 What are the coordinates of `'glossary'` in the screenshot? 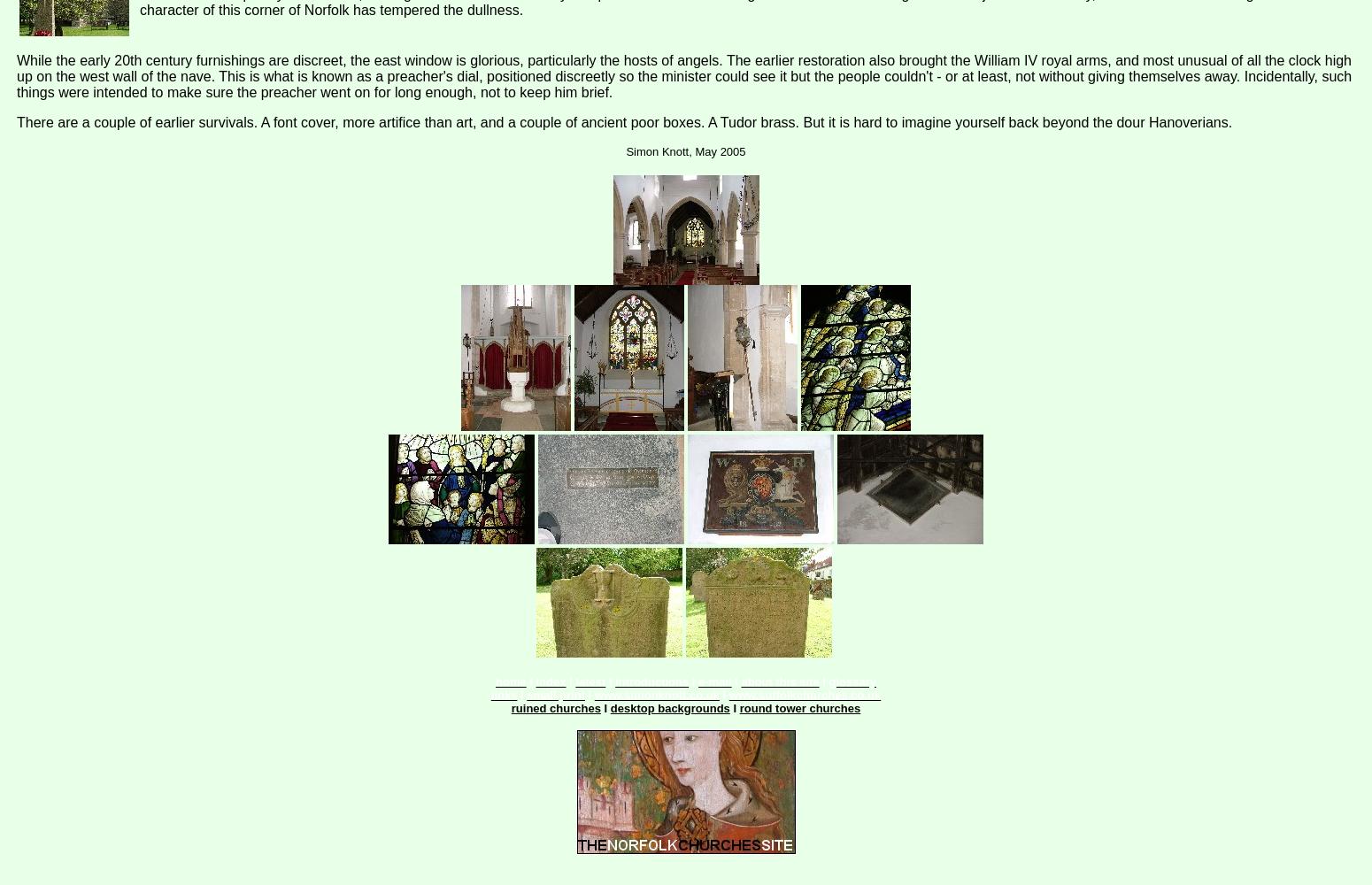 It's located at (851, 681).